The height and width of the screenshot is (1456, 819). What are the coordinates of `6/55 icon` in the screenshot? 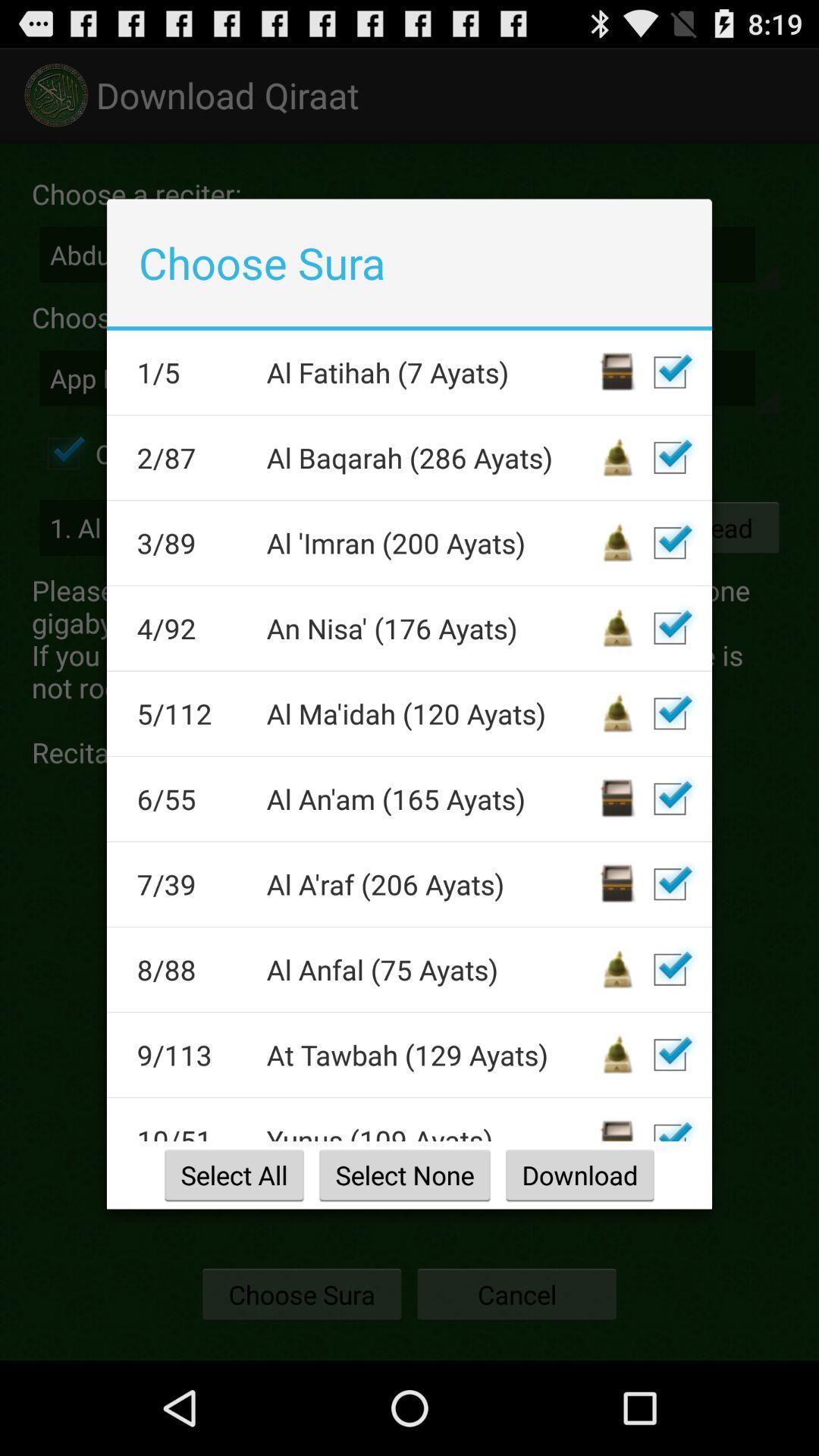 It's located at (191, 798).